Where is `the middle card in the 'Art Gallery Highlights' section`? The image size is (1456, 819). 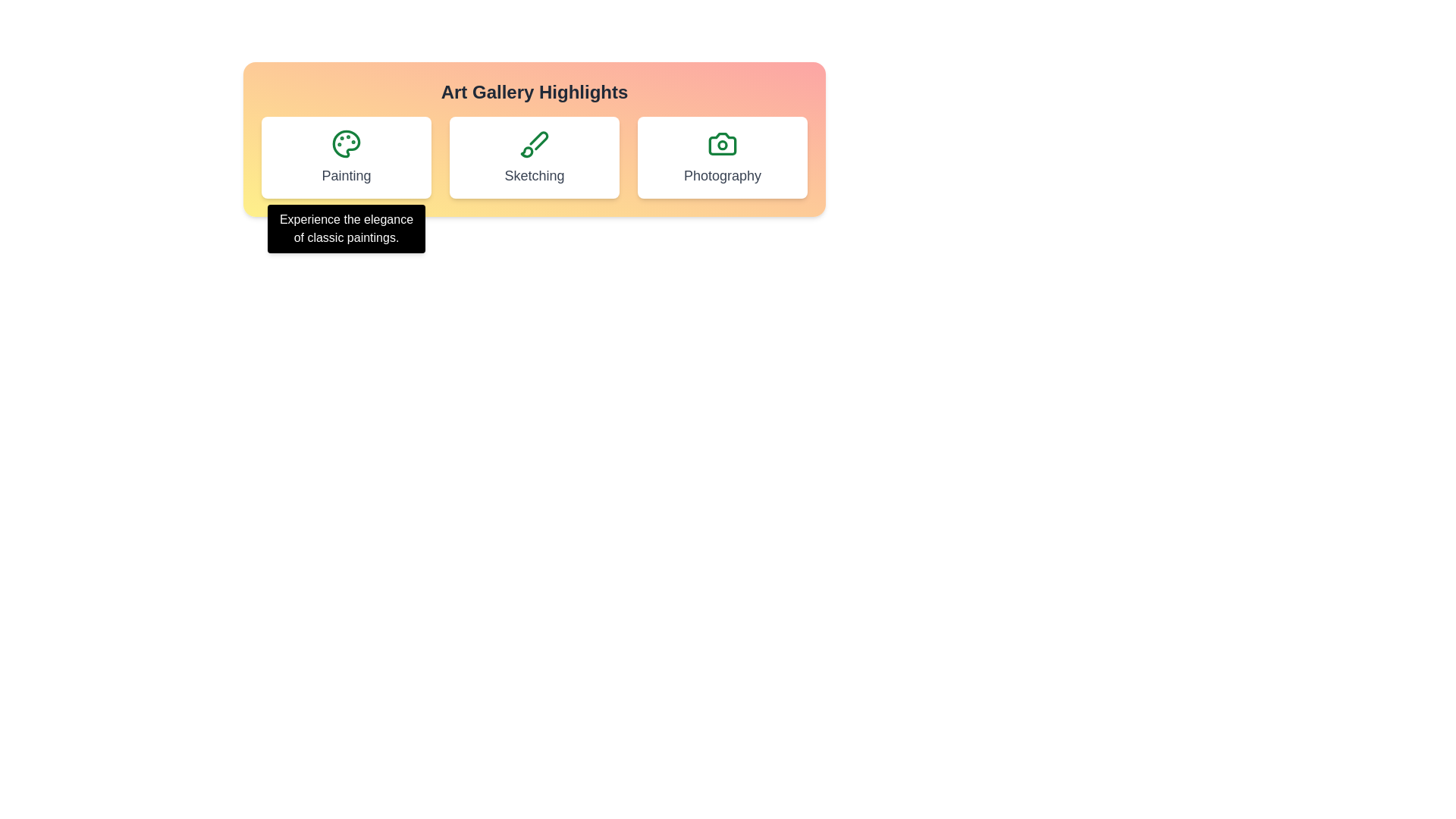 the middle card in the 'Art Gallery Highlights' section is located at coordinates (535, 158).